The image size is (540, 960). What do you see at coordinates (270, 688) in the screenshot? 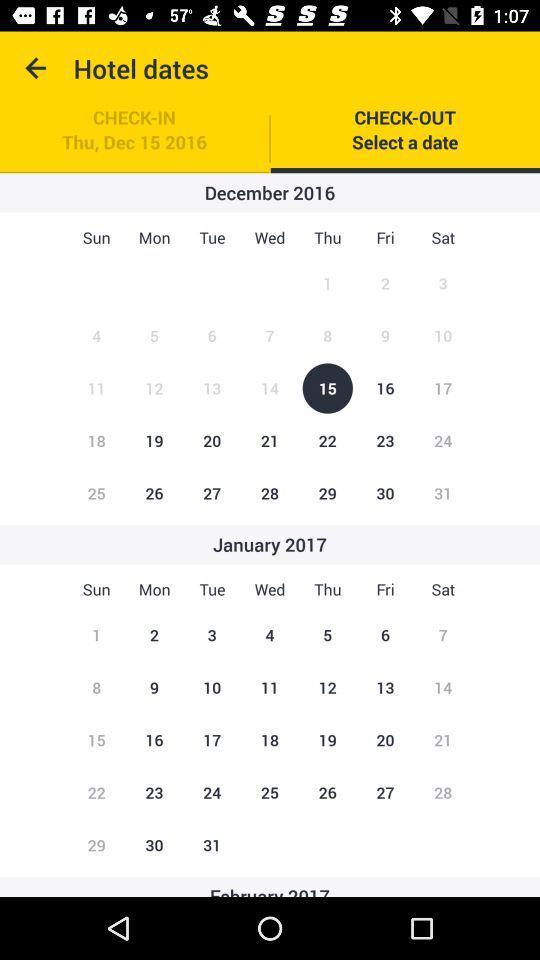
I see `the number 11 in january 2017` at bounding box center [270, 688].